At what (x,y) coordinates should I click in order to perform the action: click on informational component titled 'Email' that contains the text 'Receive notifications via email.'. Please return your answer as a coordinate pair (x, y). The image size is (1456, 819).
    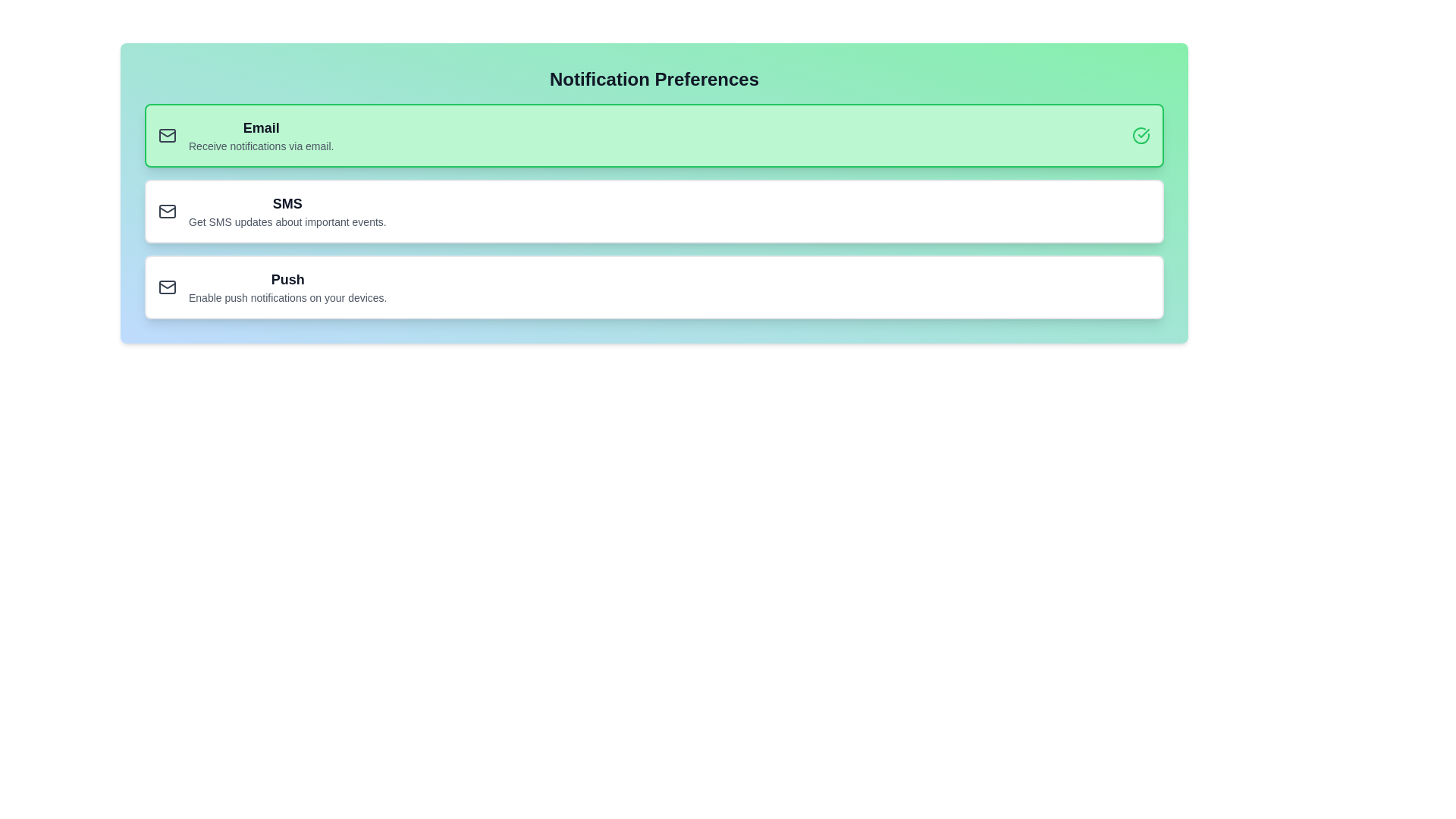
    Looking at the image, I should click on (261, 134).